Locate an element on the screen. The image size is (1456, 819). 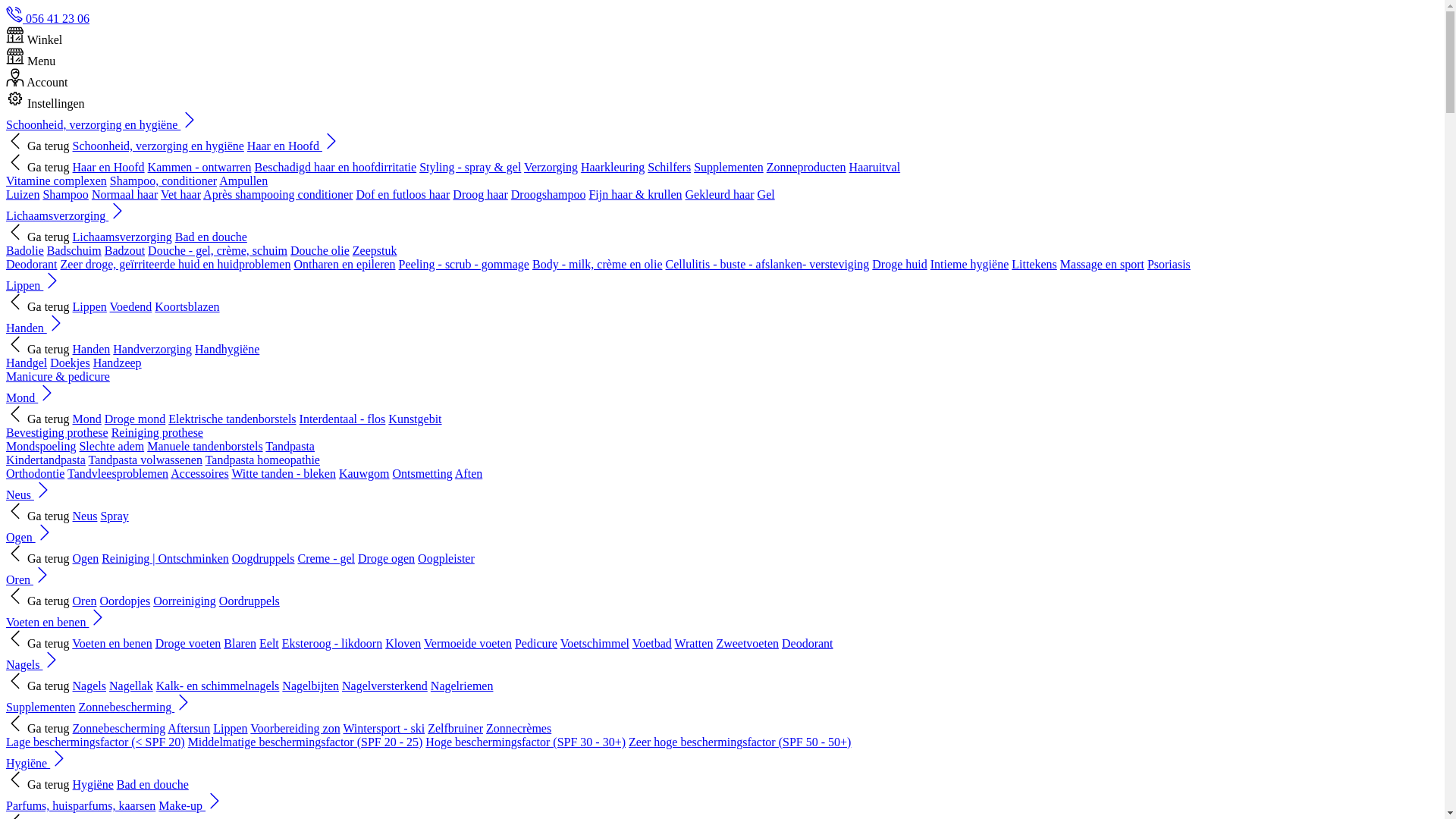
'Tandpasta volwassenen' is located at coordinates (146, 459).